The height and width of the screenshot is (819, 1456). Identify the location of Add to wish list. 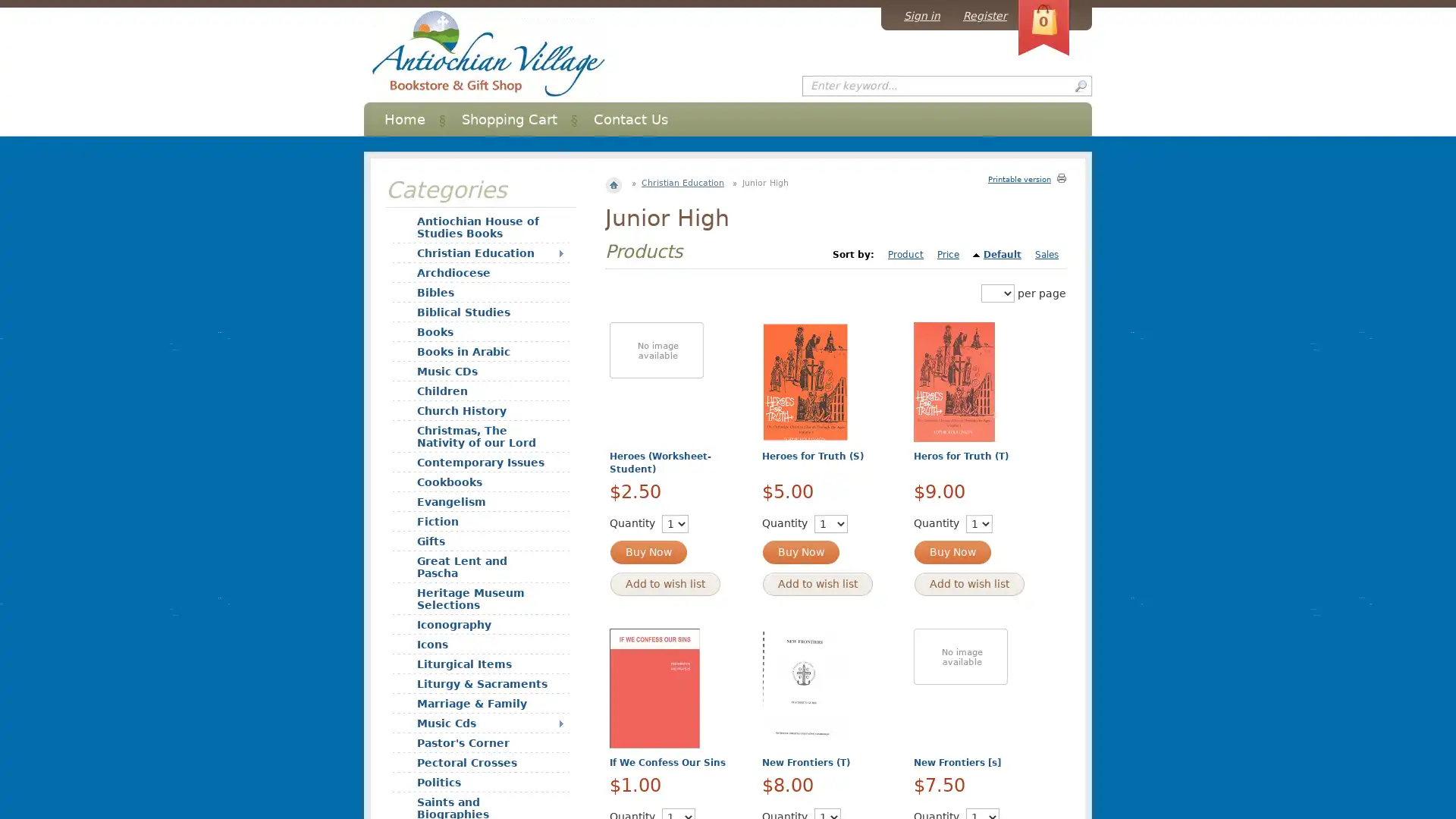
(968, 583).